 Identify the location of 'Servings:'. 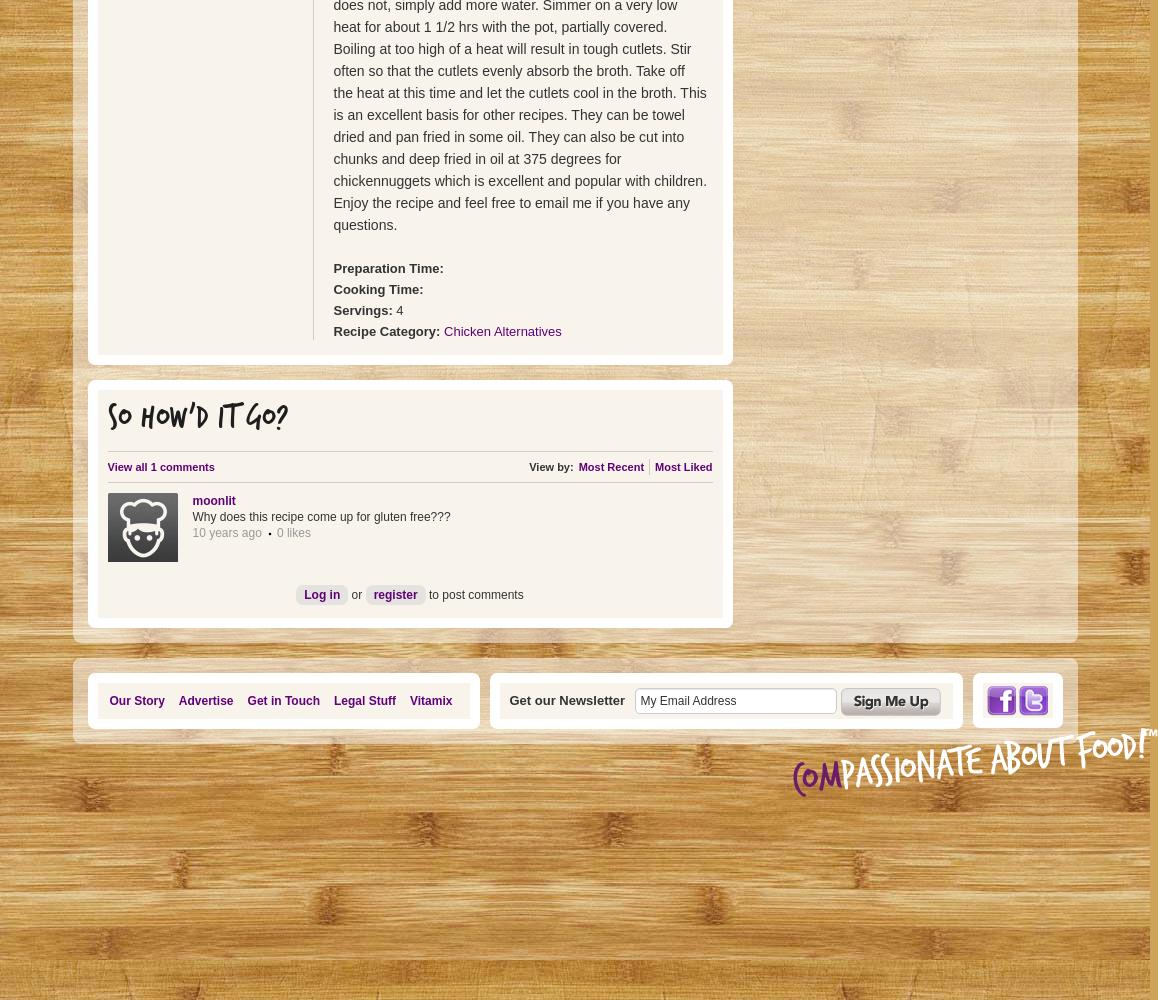
(363, 310).